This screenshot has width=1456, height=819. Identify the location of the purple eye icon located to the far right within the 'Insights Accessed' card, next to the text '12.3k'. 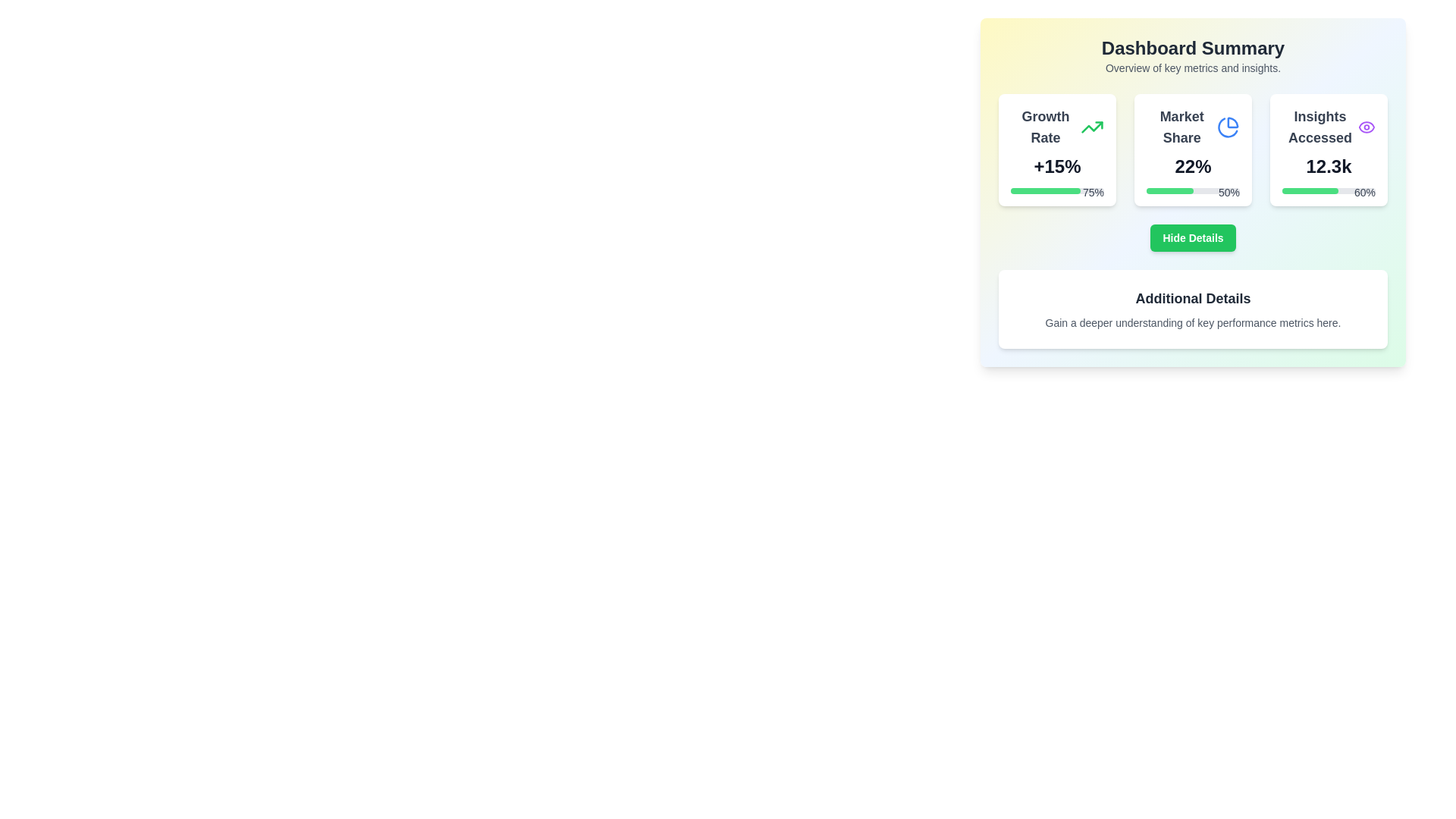
(1367, 127).